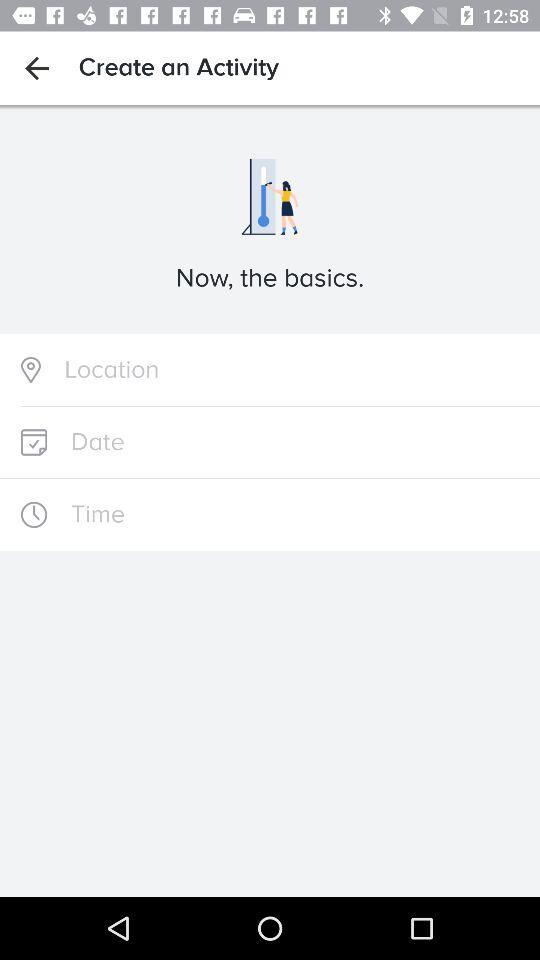 The height and width of the screenshot is (960, 540). Describe the element at coordinates (270, 514) in the screenshot. I see `input field for time` at that location.